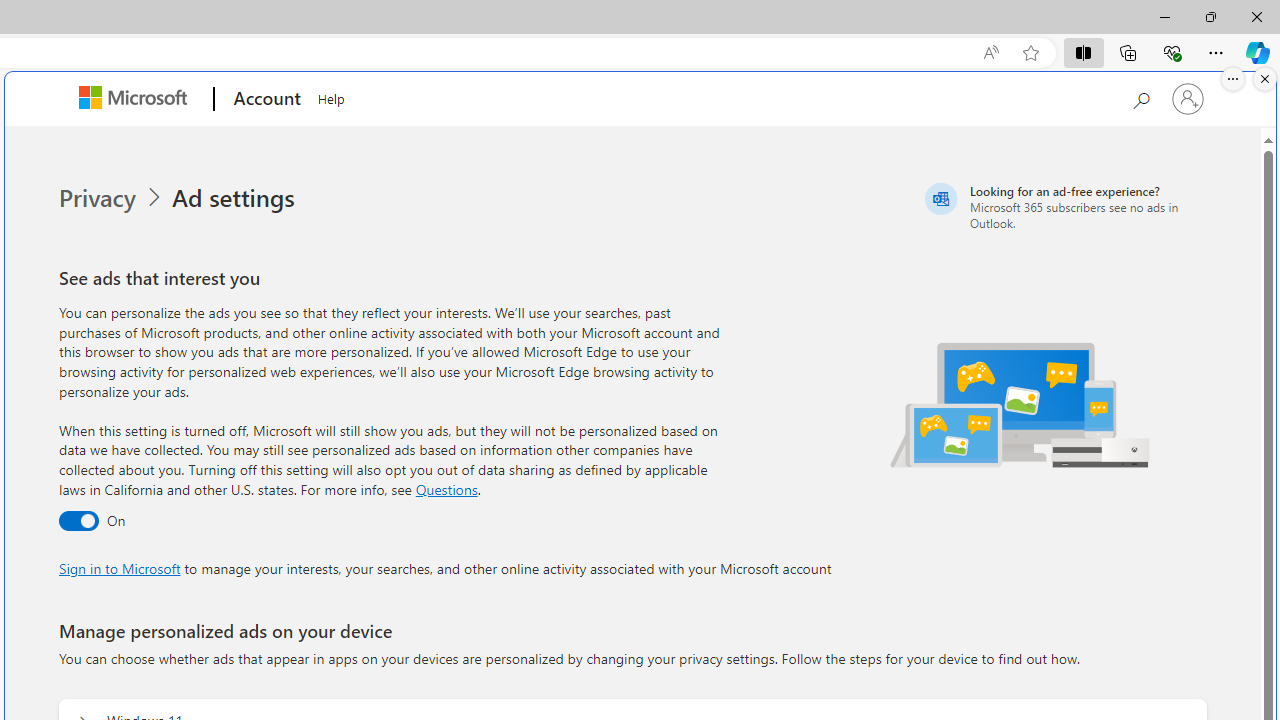 Image resolution: width=1280 pixels, height=720 pixels. I want to click on 'Search Microsoft.com', so click(1140, 97).